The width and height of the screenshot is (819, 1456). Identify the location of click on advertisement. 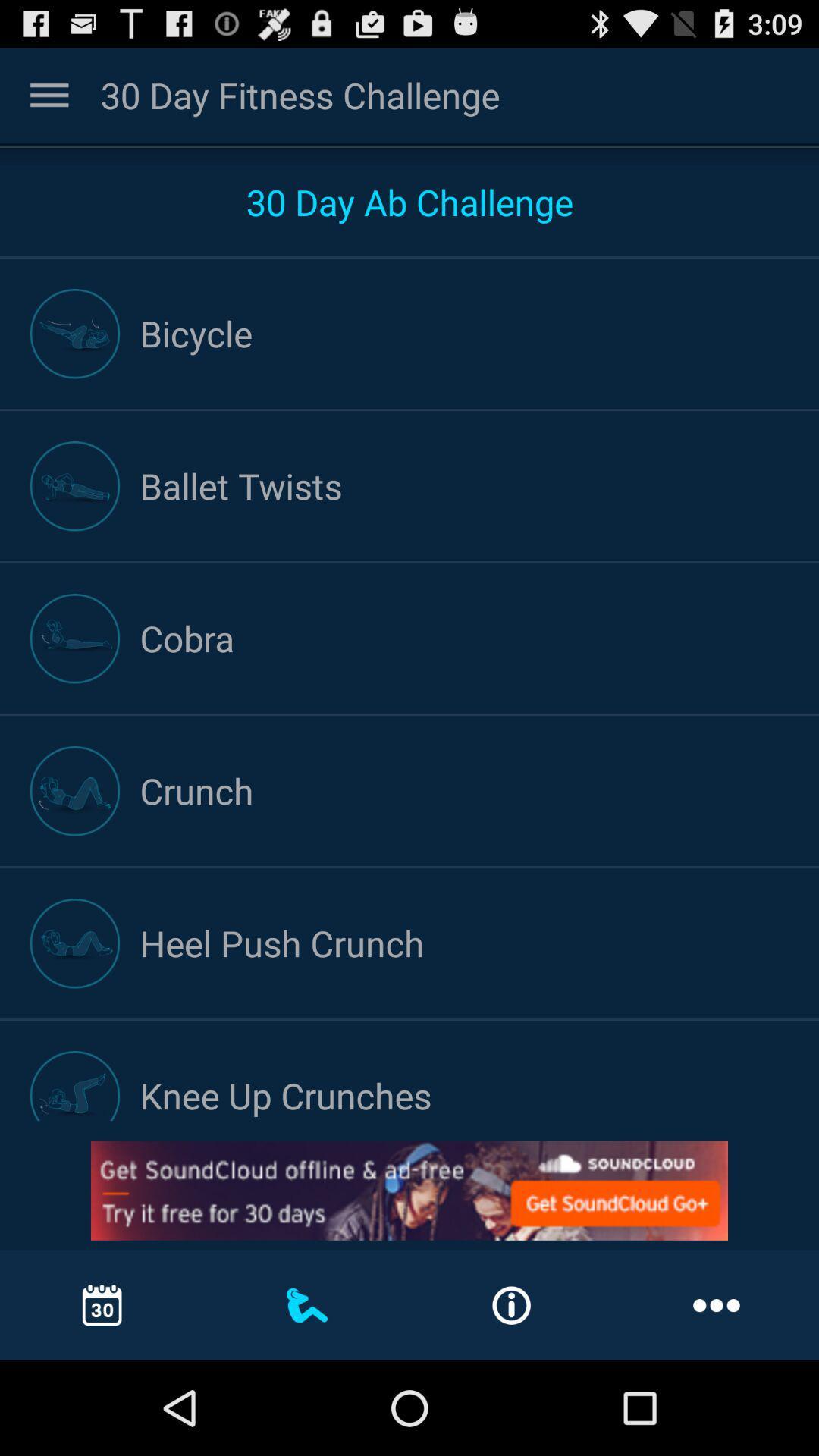
(409, 1190).